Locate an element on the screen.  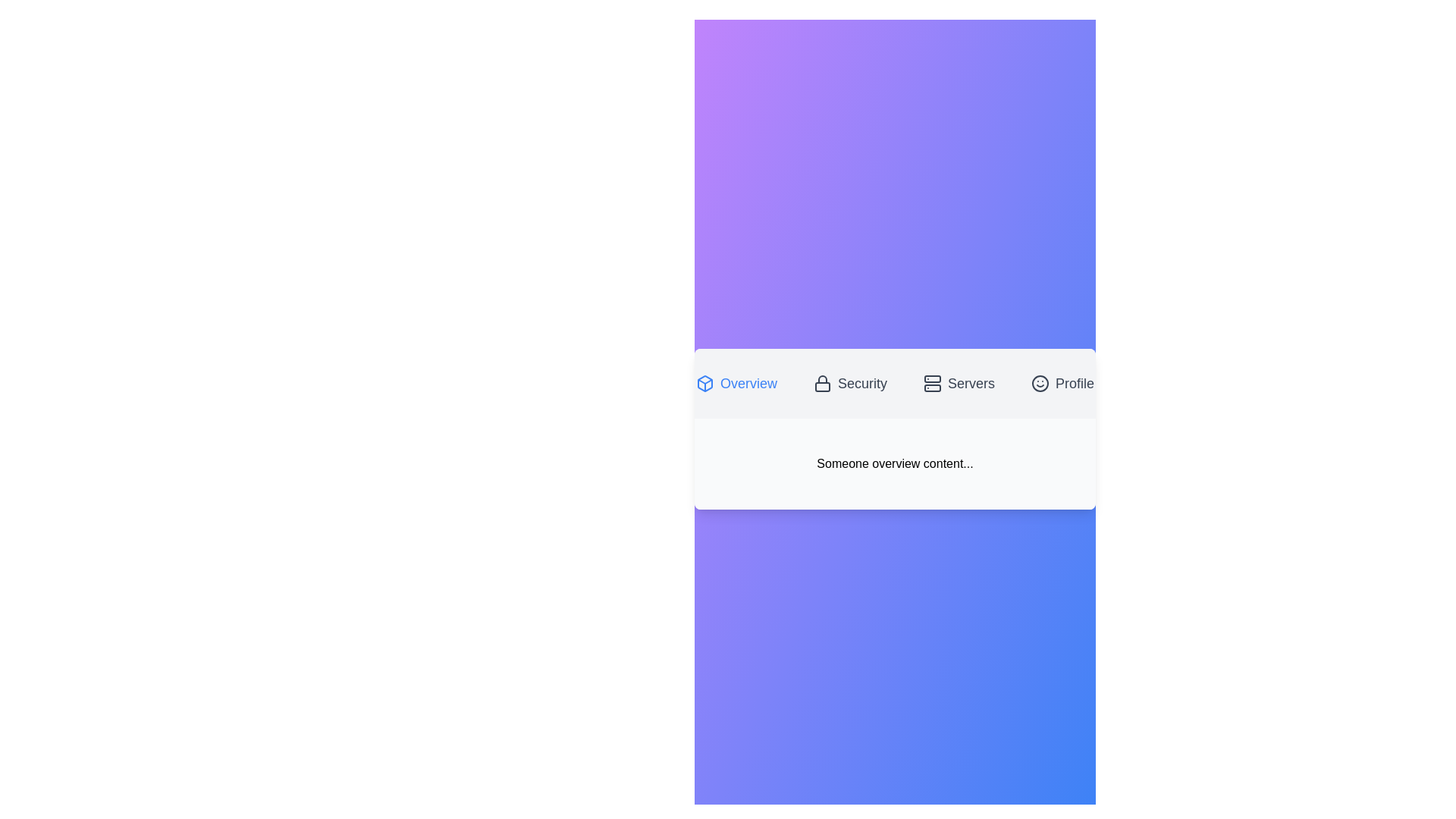
the 'Security' button in the navigation menu, which features a lock icon and gray text on a white background is located at coordinates (850, 382).